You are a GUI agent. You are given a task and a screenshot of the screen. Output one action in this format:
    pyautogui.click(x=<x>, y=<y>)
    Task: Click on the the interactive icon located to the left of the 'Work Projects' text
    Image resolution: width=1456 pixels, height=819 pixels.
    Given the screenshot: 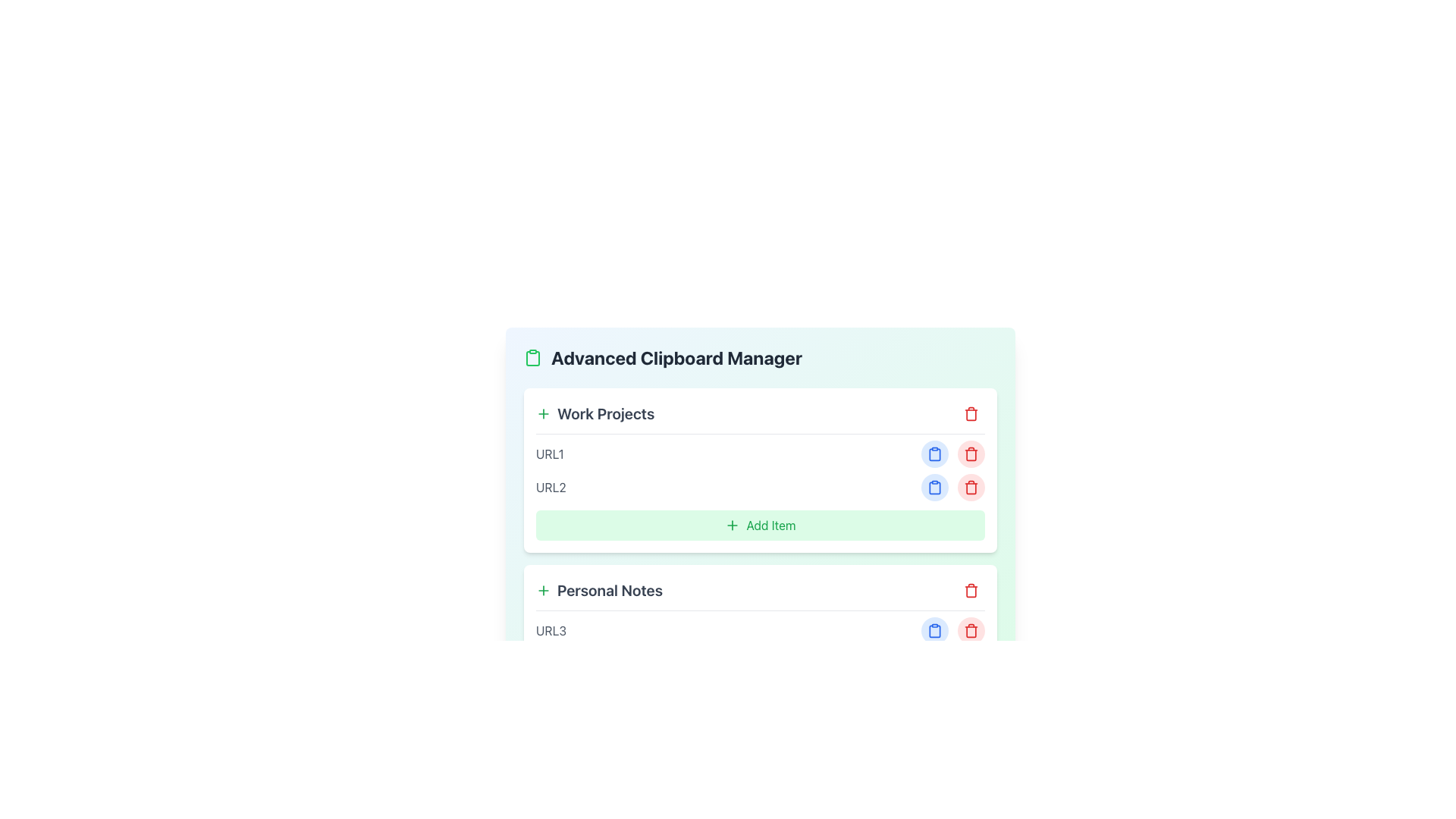 What is the action you would take?
    pyautogui.click(x=543, y=414)
    